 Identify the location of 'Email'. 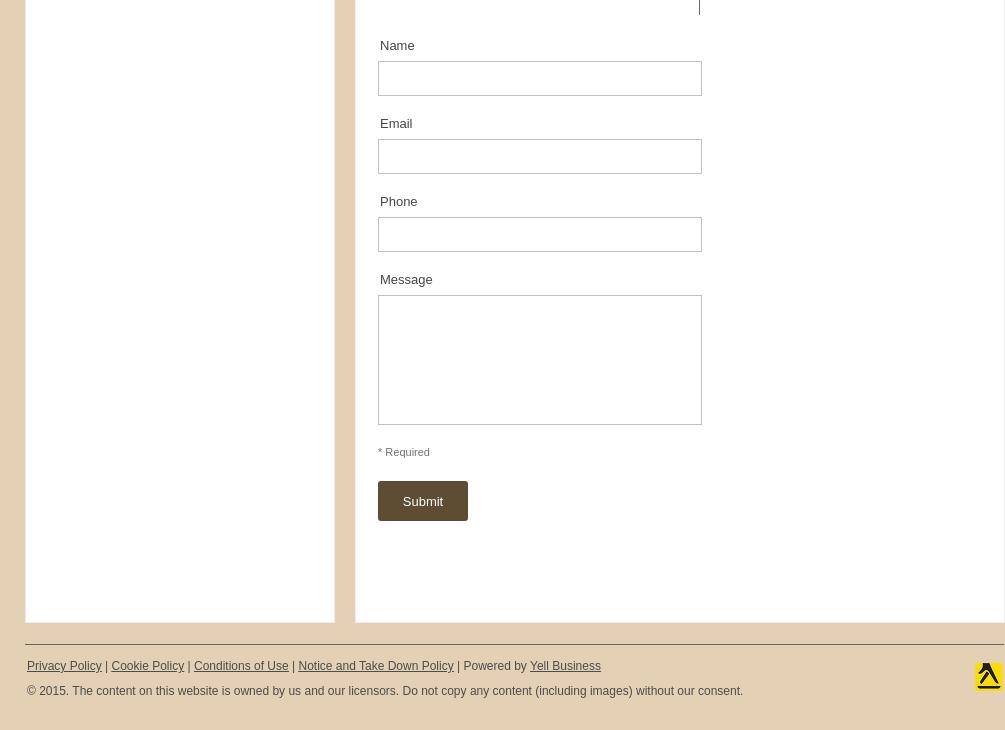
(395, 122).